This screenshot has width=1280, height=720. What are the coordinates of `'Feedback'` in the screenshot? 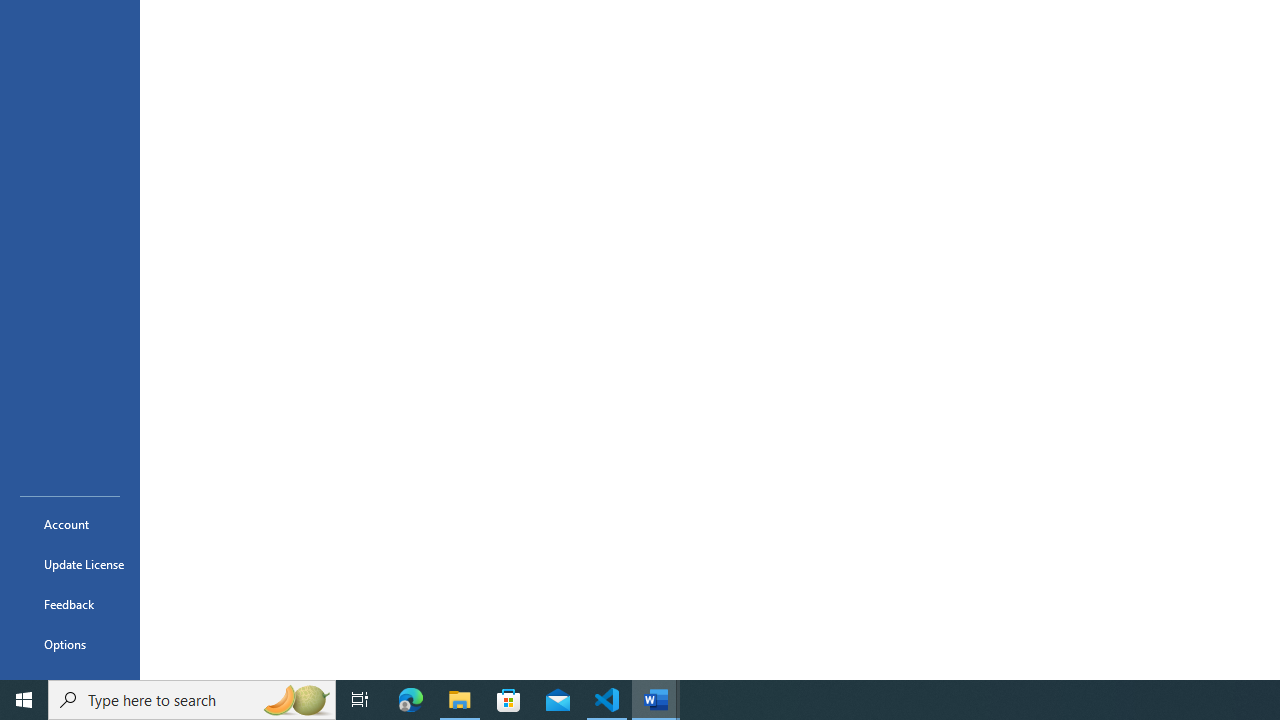 It's located at (69, 603).